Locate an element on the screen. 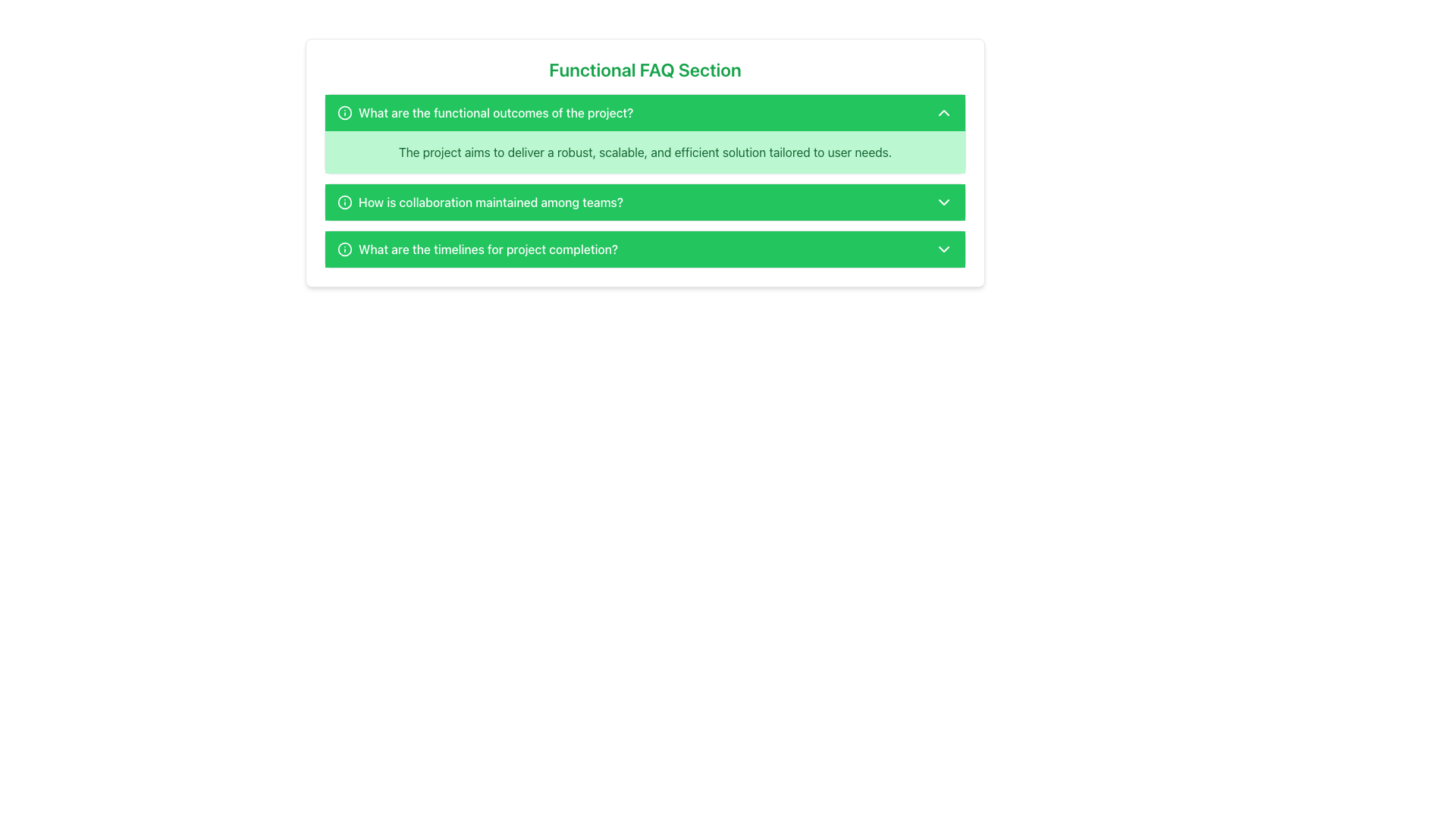 The height and width of the screenshot is (819, 1456). the Text Block with light green background and dark green text stating: 'The project aims to deliver a robust, scalable, and efficient solution tailored to user needs.' which is positioned below the header question 'What are the functional outcomes of the project?' is located at coordinates (645, 152).